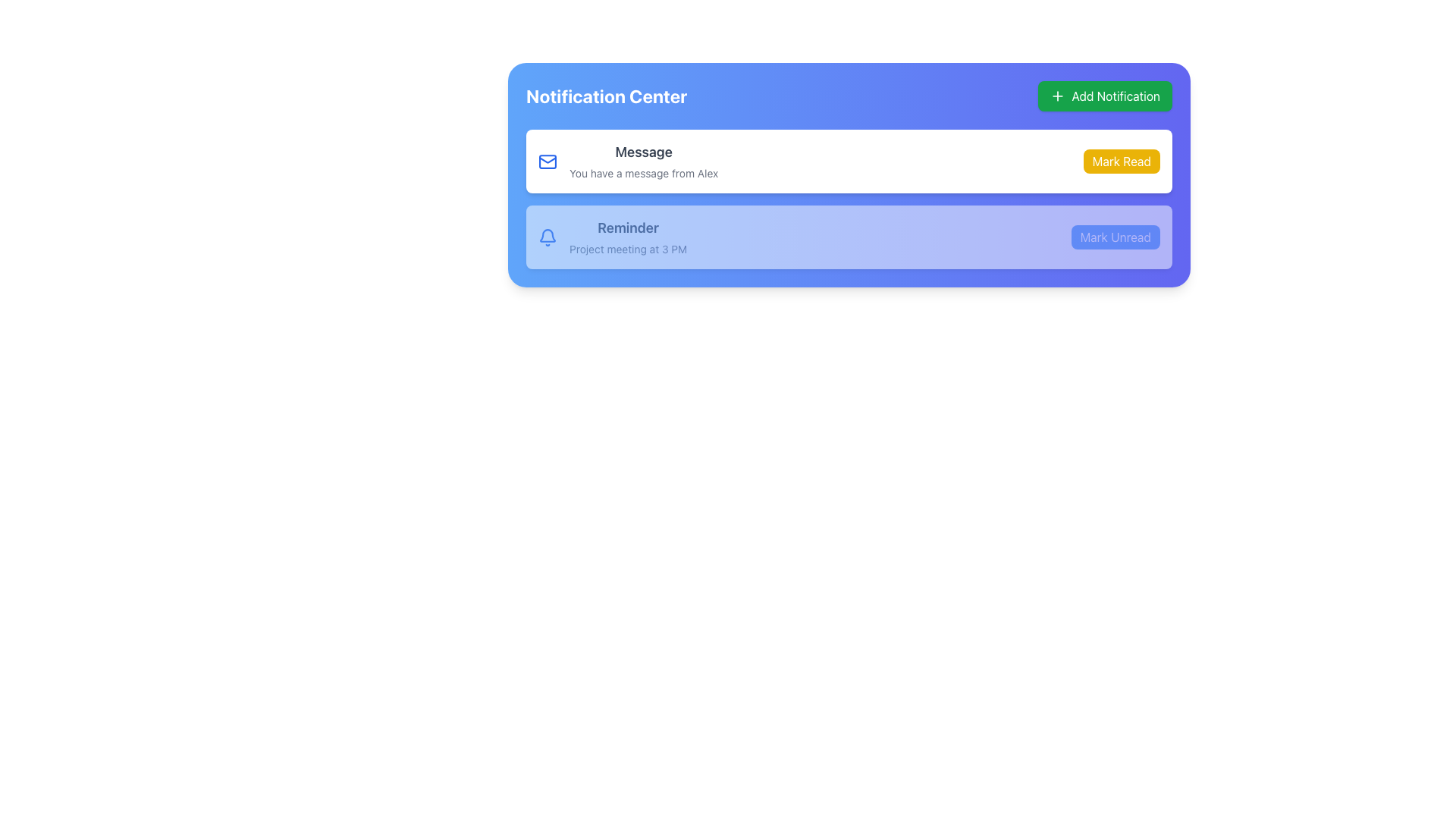  Describe the element at coordinates (628, 161) in the screenshot. I see `the Text and icon group that consists of a mail icon and the text 'Message' followed by 'You have a message from Alex', located in the upper white card of the Notification Center interface` at that location.